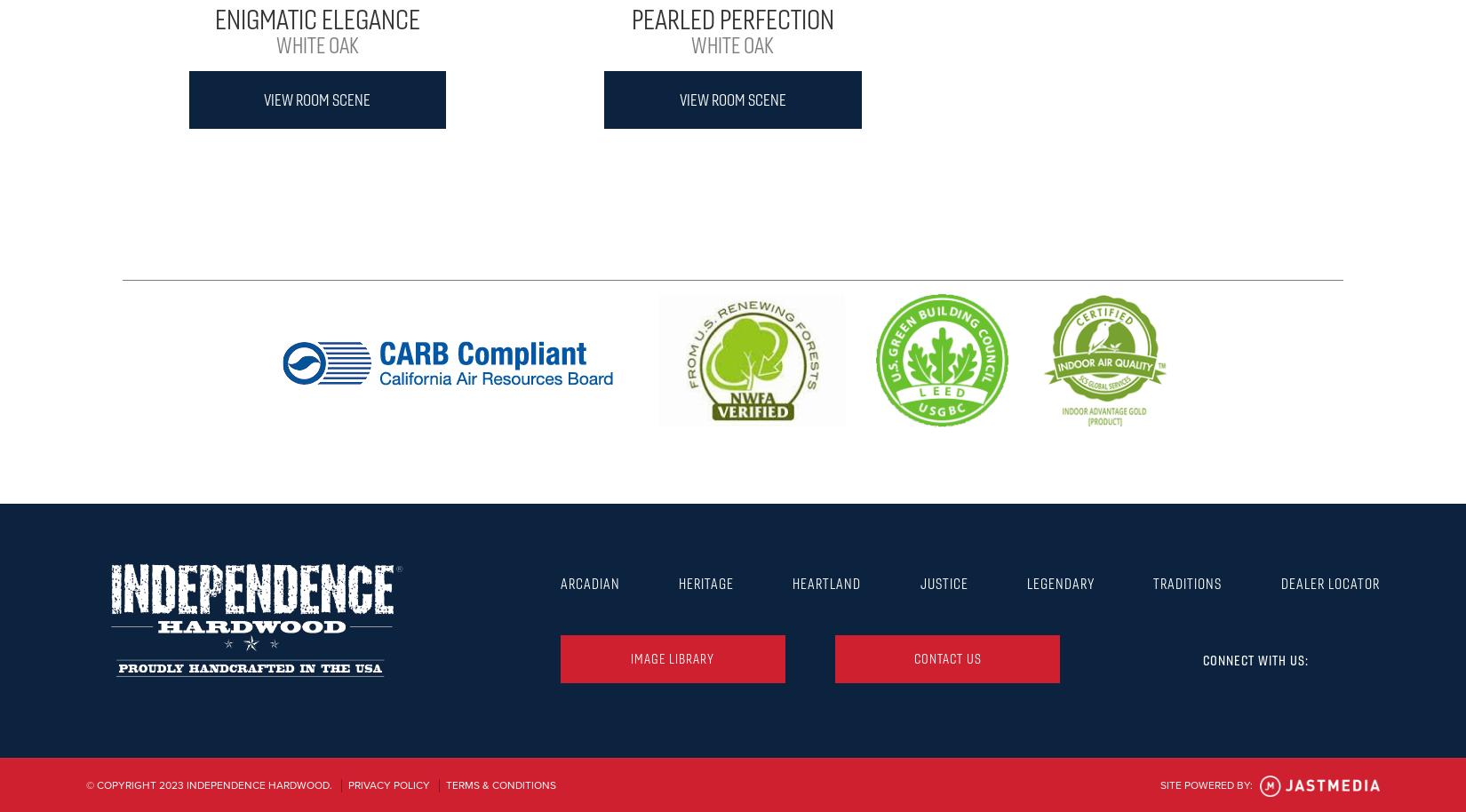 This screenshot has width=1466, height=812. I want to click on 'Dealer Locator', so click(1328, 582).